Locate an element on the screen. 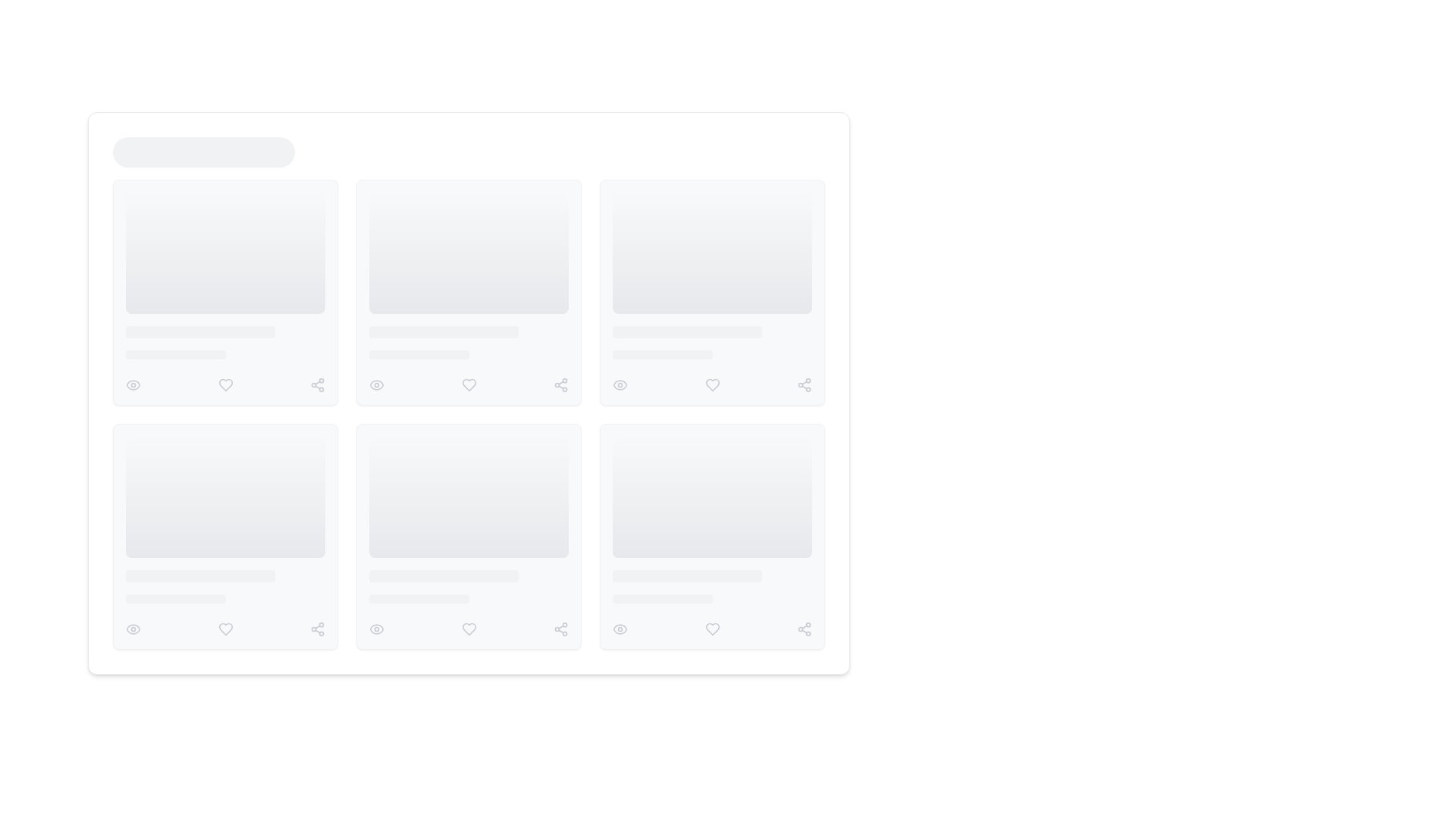 The image size is (1456, 819). details of the elliptical icon with a hollow, eye-like appearance that has a gray outline, located in the second row, third column of the grid layout is located at coordinates (620, 384).